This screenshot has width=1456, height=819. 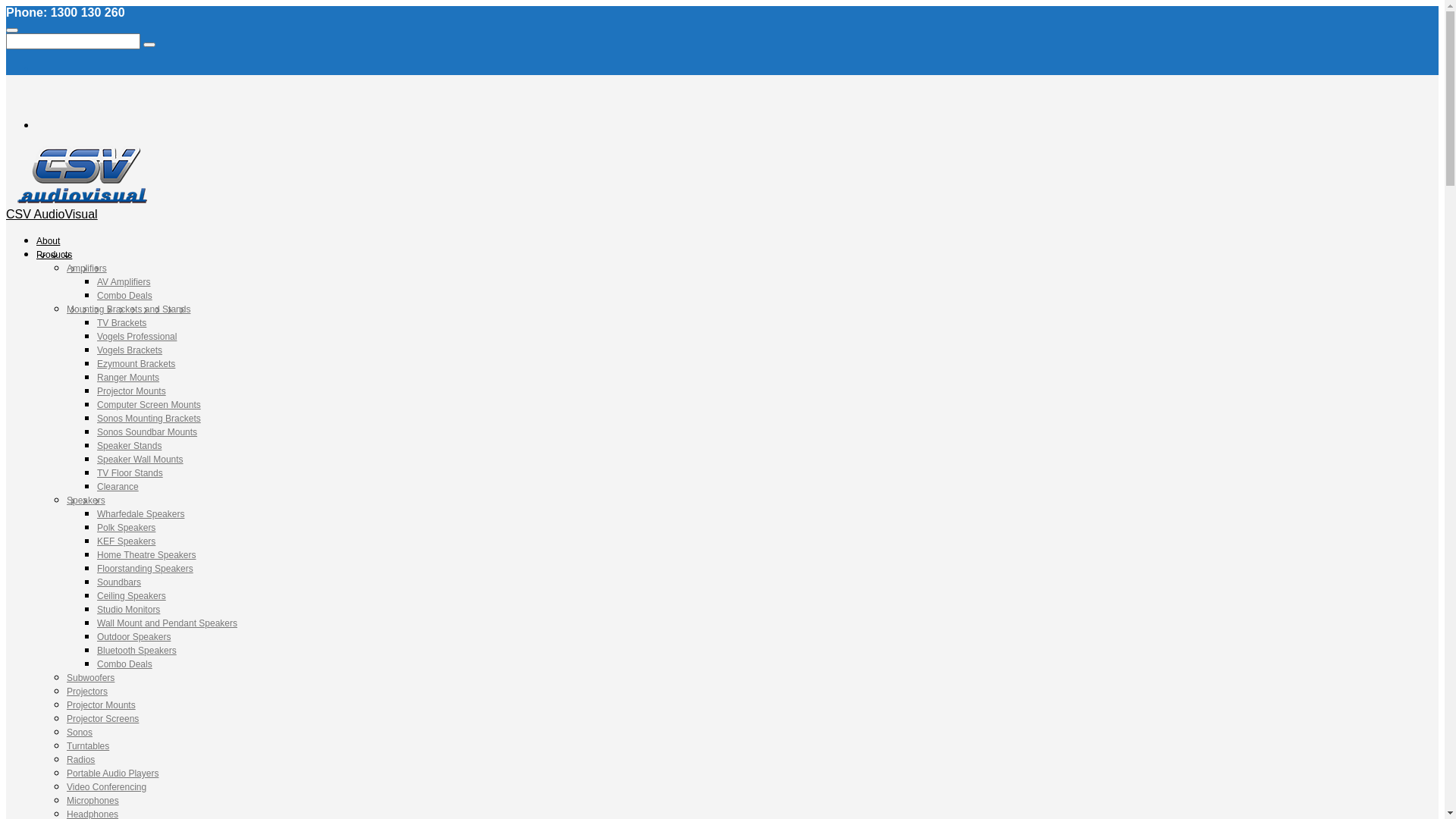 What do you see at coordinates (130, 472) in the screenshot?
I see `'TV Floor Stands'` at bounding box center [130, 472].